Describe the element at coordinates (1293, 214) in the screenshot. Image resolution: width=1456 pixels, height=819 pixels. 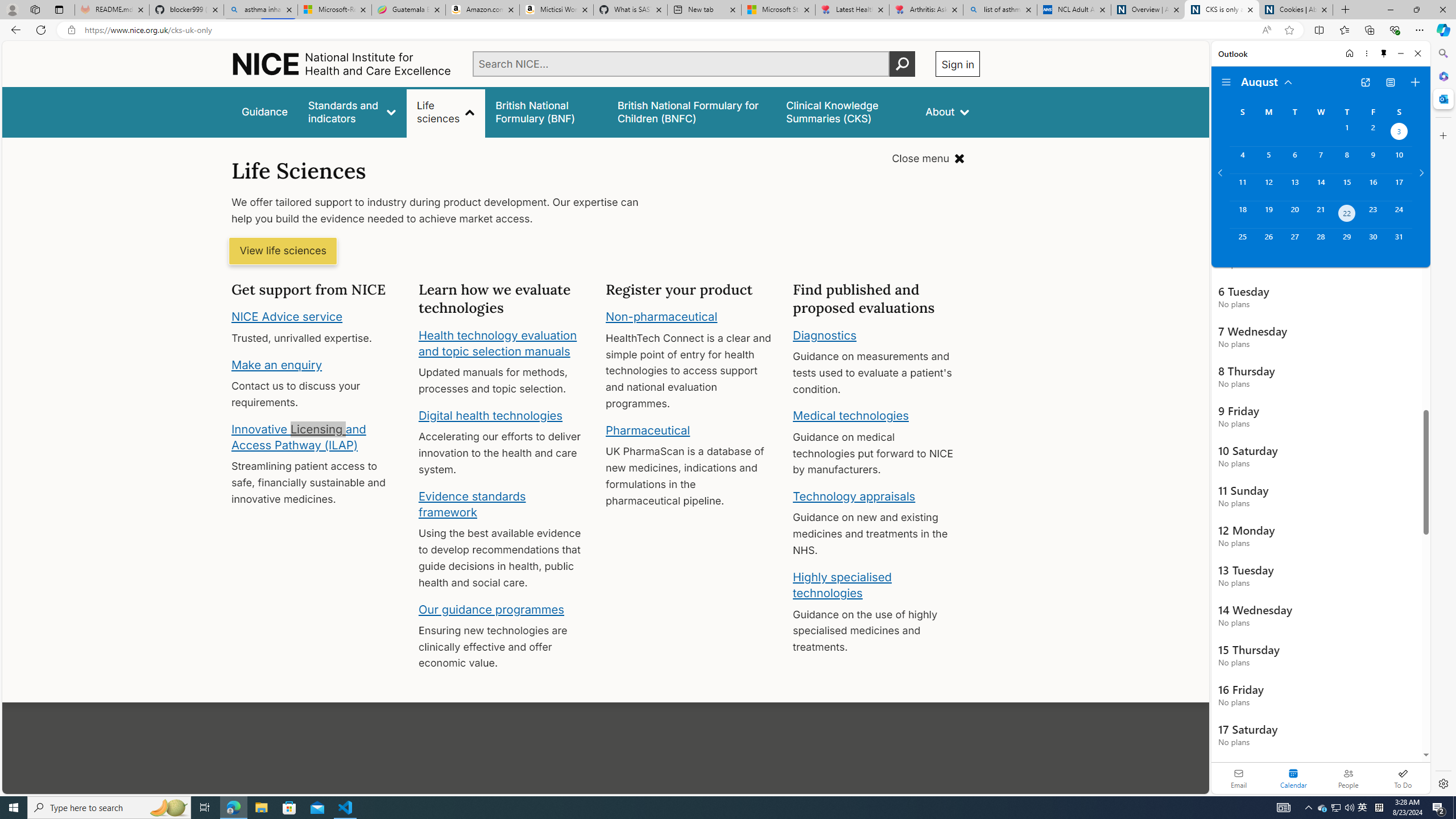
I see `'Tuesday, August 20, 2024. '` at that location.